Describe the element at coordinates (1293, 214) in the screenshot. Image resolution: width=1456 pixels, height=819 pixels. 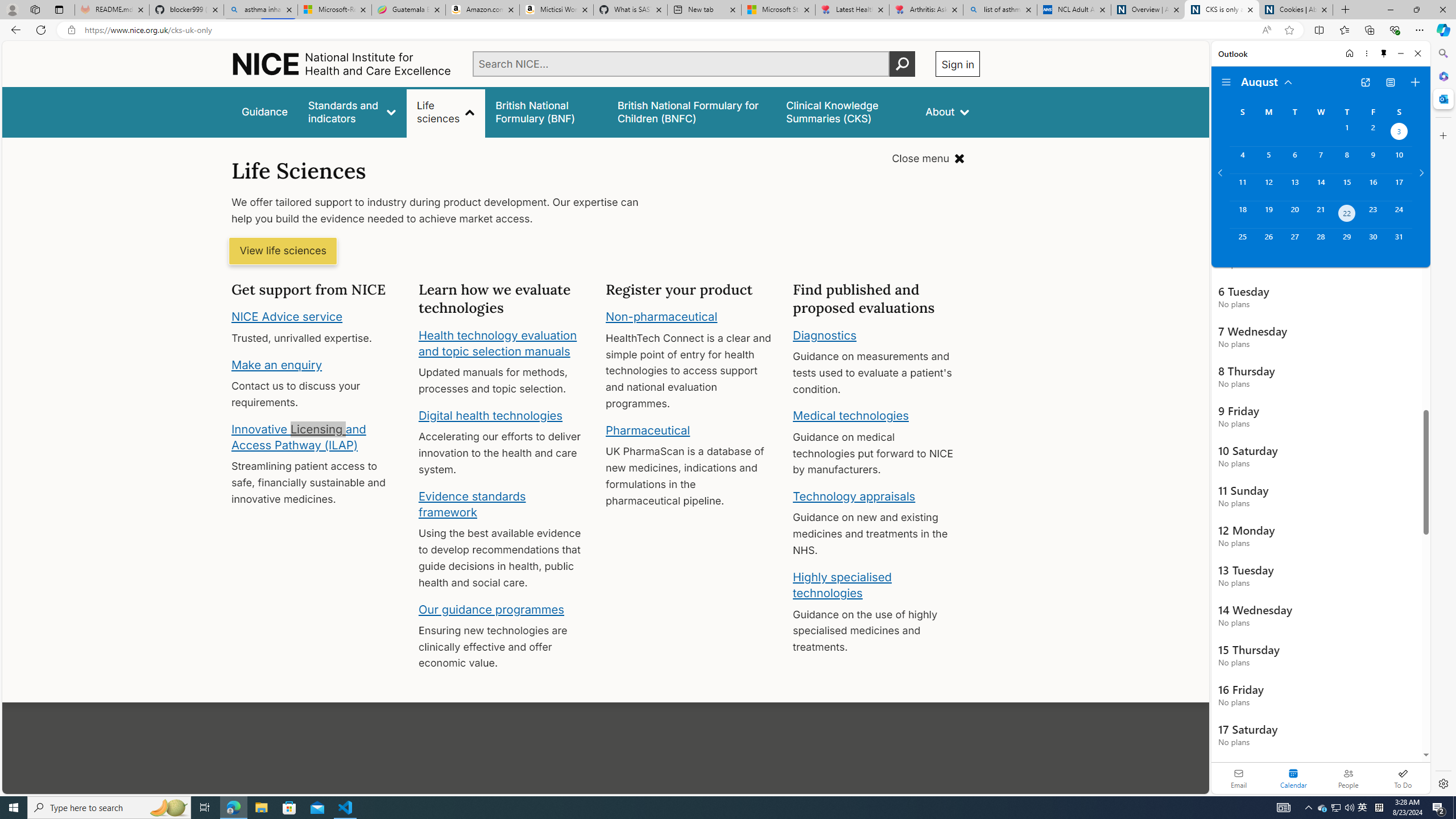
I see `'Tuesday, August 20, 2024. '` at that location.